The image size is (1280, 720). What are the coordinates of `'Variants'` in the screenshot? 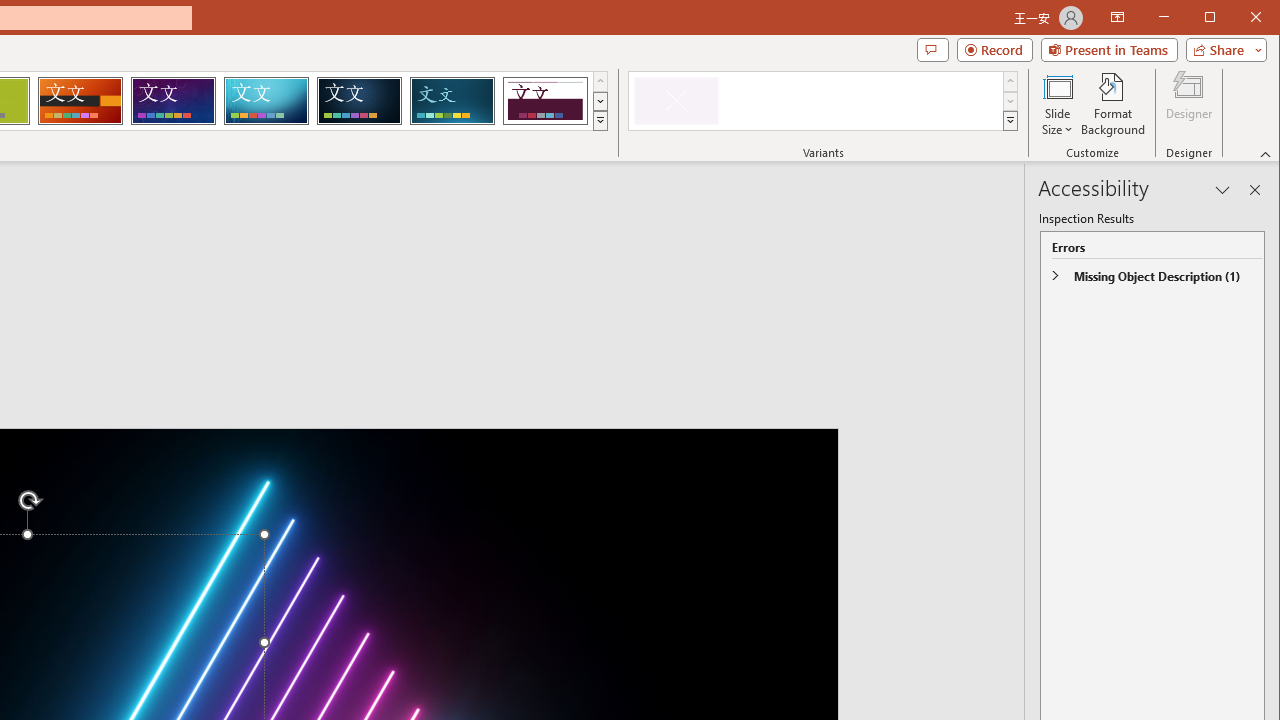 It's located at (1010, 120).